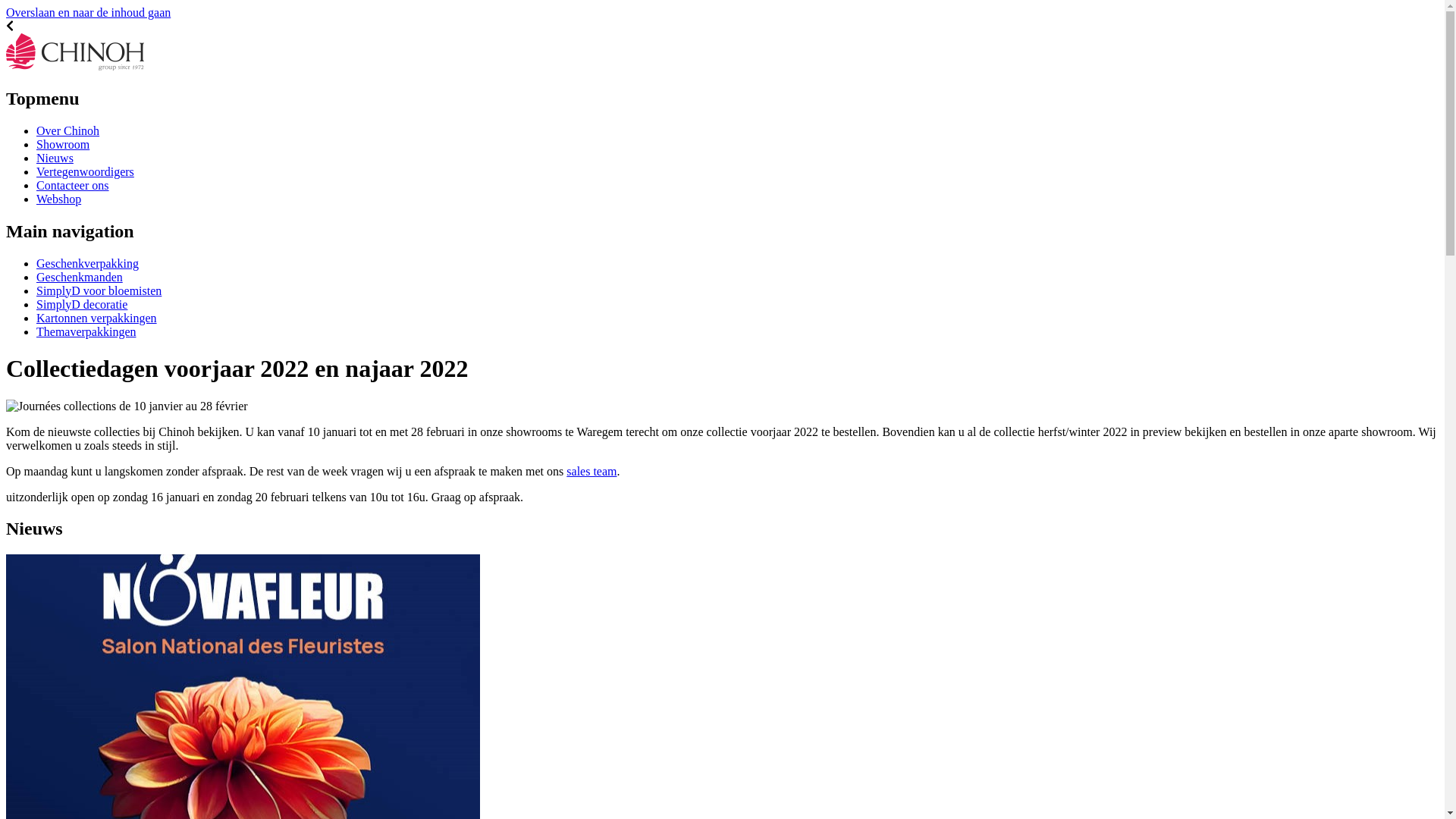 The height and width of the screenshot is (819, 1456). I want to click on 'Over Chinoh', so click(67, 130).